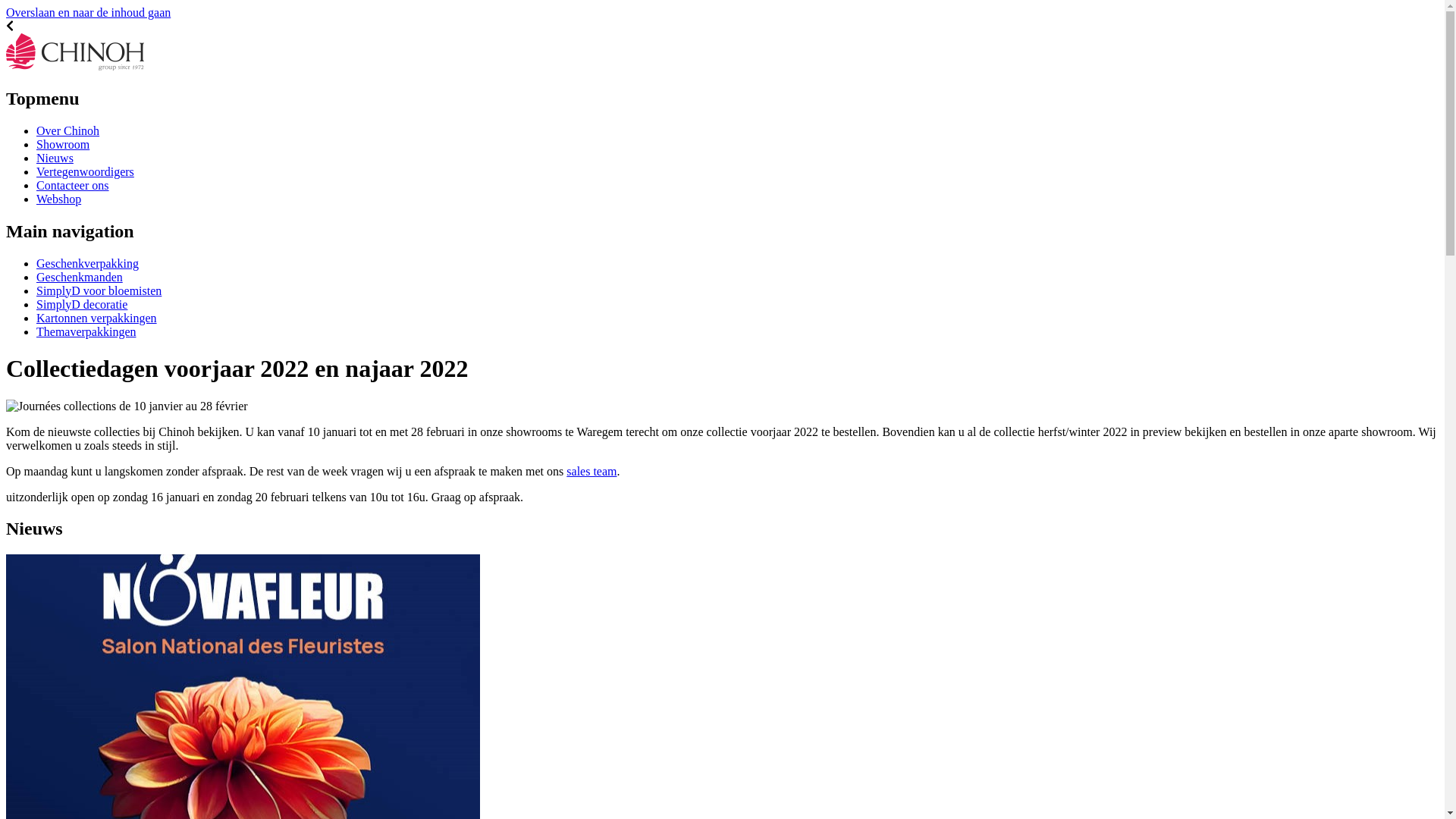 The height and width of the screenshot is (819, 1456). I want to click on 'Over Chinoh', so click(67, 130).